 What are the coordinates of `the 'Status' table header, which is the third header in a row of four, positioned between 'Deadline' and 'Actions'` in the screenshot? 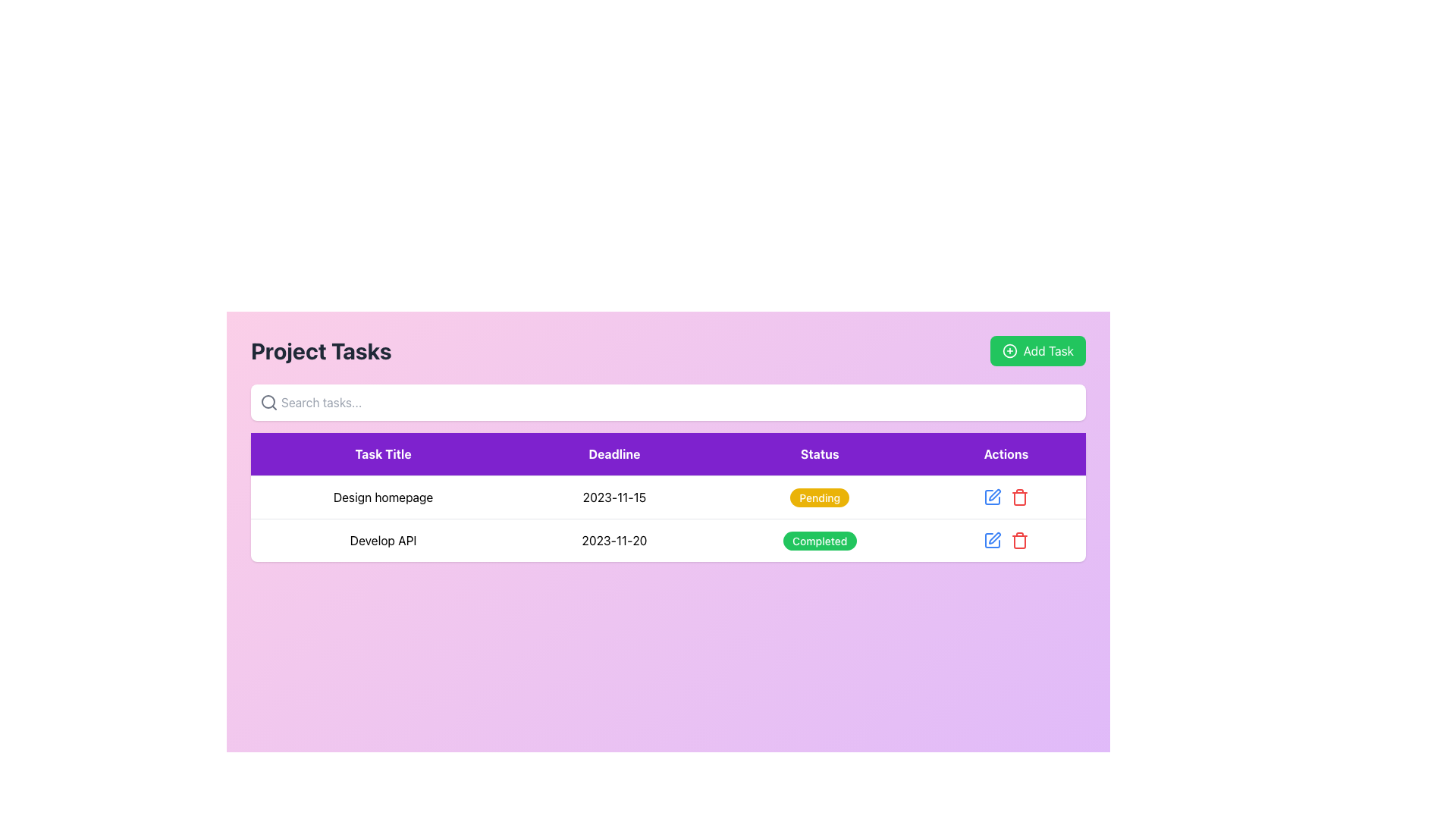 It's located at (819, 453).